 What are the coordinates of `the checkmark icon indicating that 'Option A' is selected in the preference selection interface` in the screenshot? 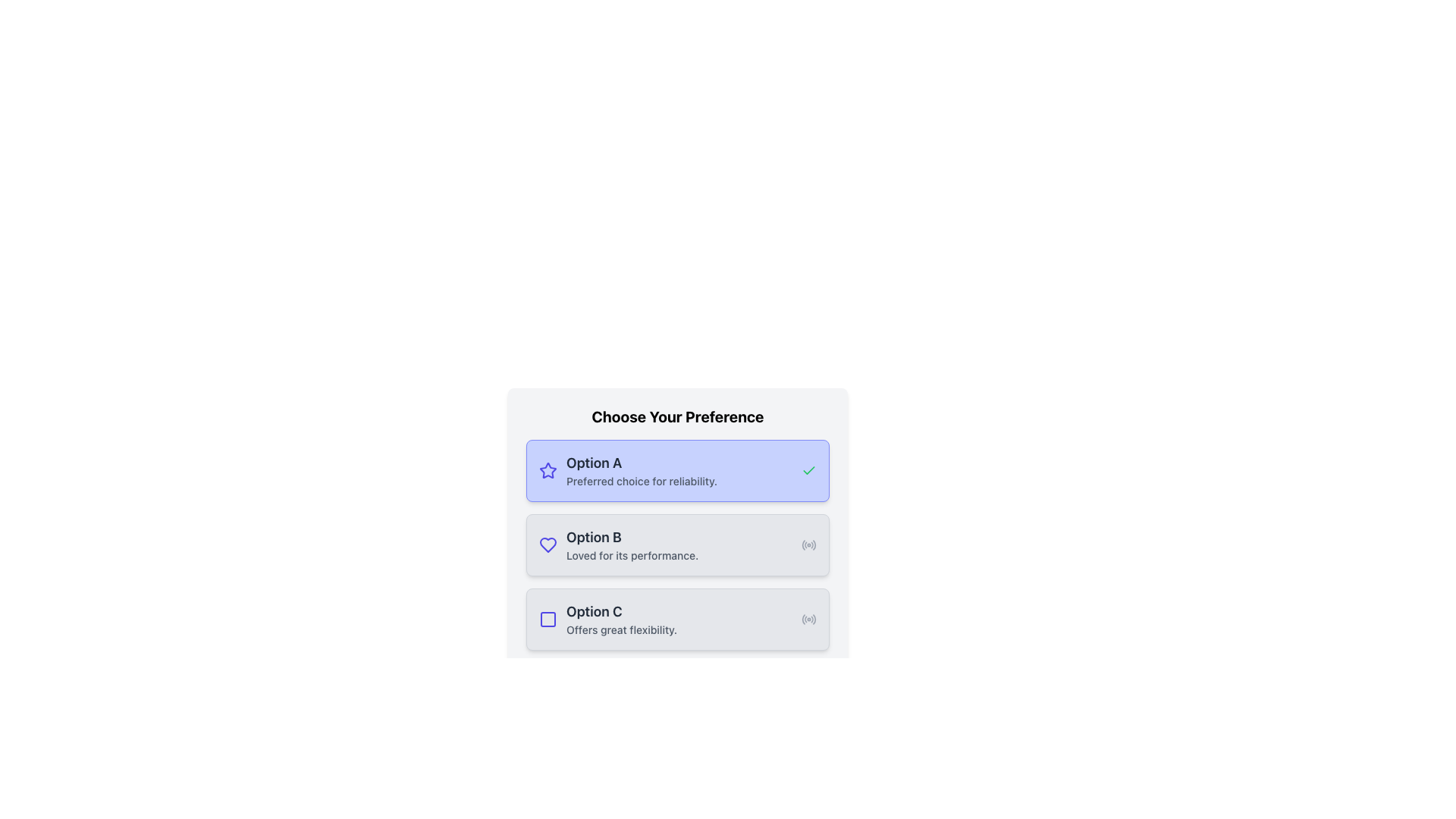 It's located at (808, 469).